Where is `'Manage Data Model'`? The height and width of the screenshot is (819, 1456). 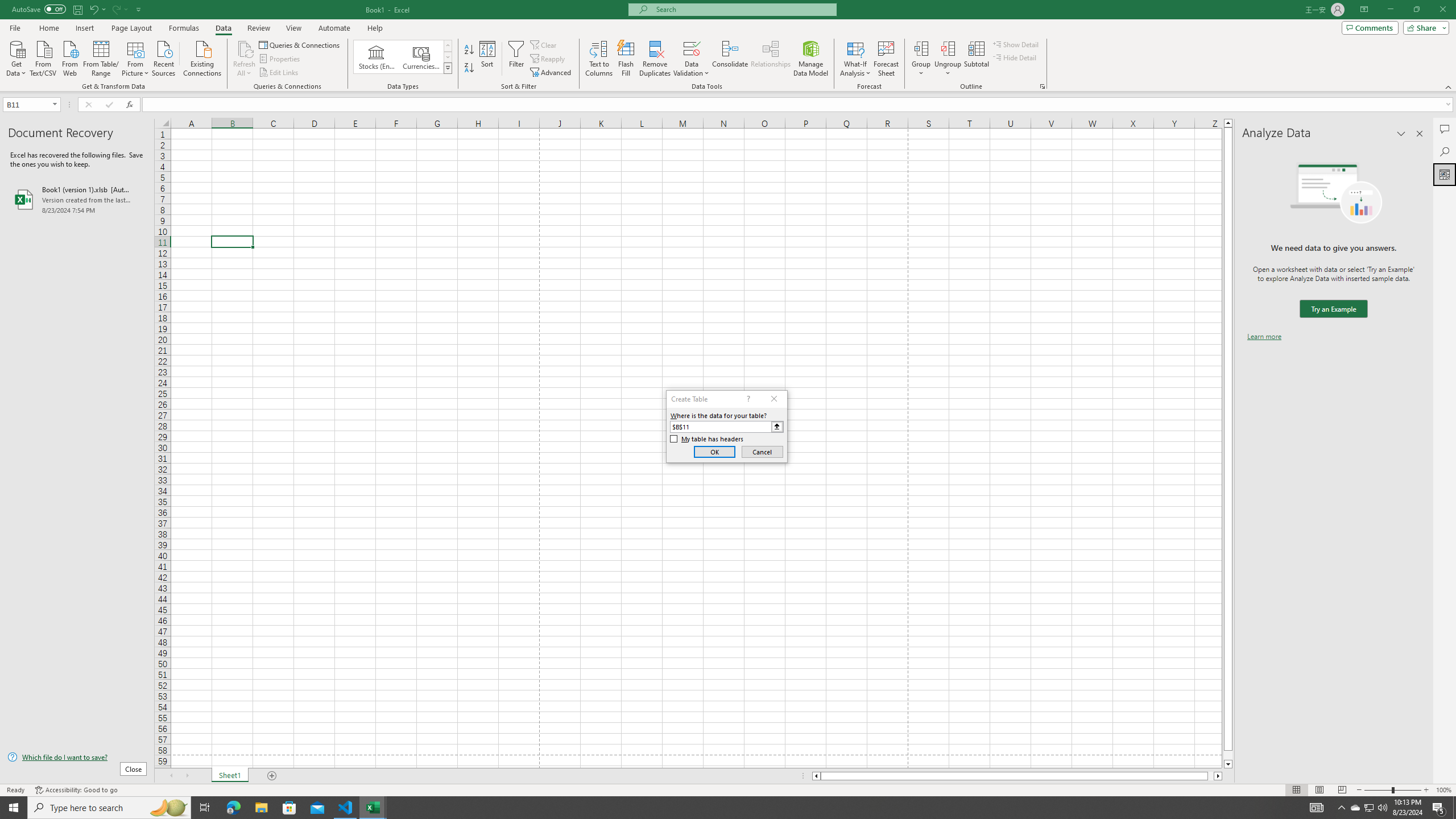 'Manage Data Model' is located at coordinates (810, 59).